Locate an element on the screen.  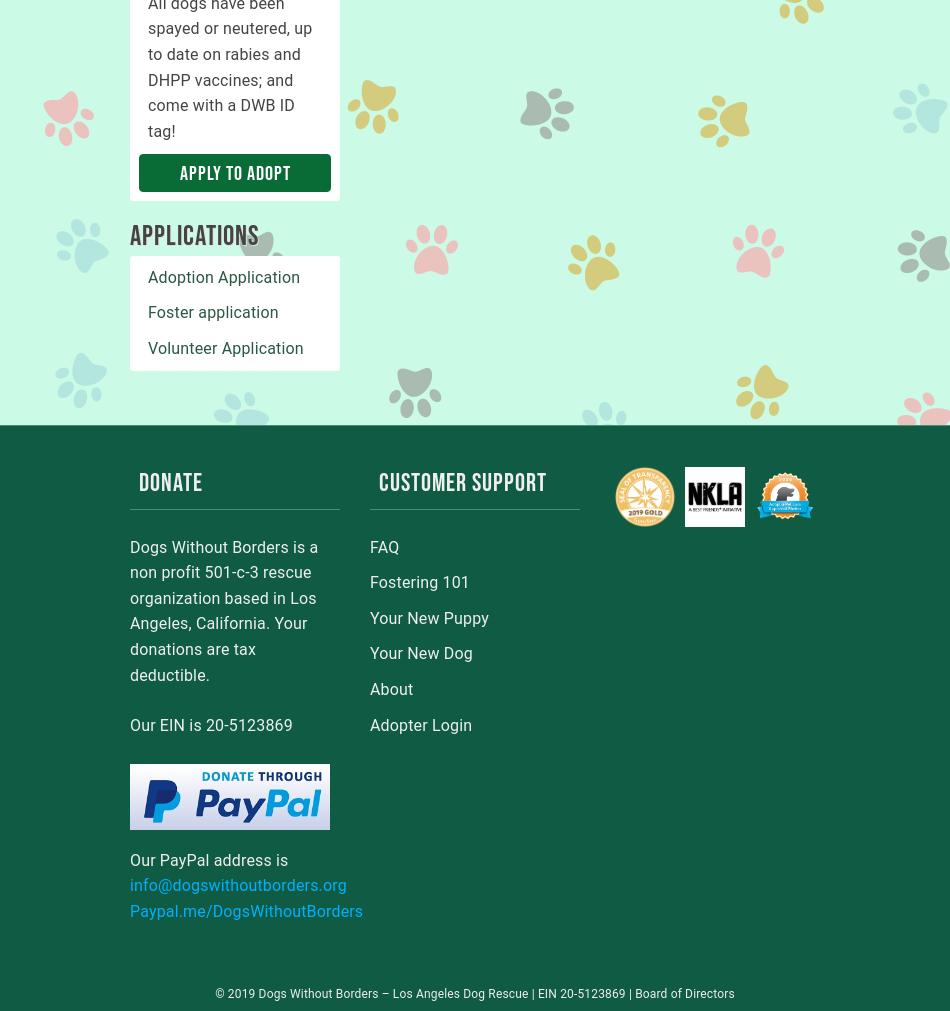
'Applications' is located at coordinates (194, 236).